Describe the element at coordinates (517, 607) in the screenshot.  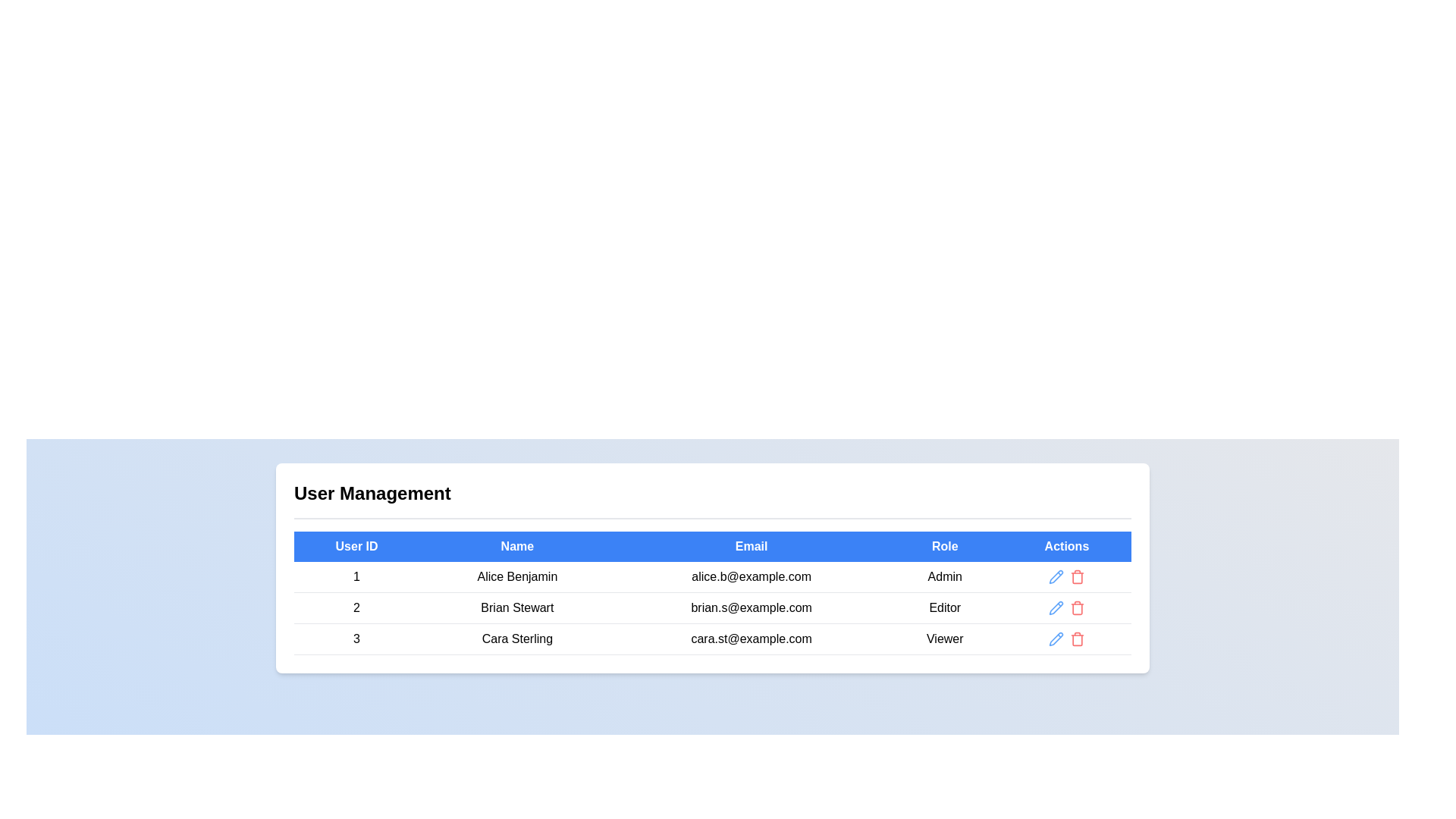
I see `the text element displaying 'Brian Stewart', which is centrally aligned in the 'Name' column of the table row associated with user ID '2'` at that location.